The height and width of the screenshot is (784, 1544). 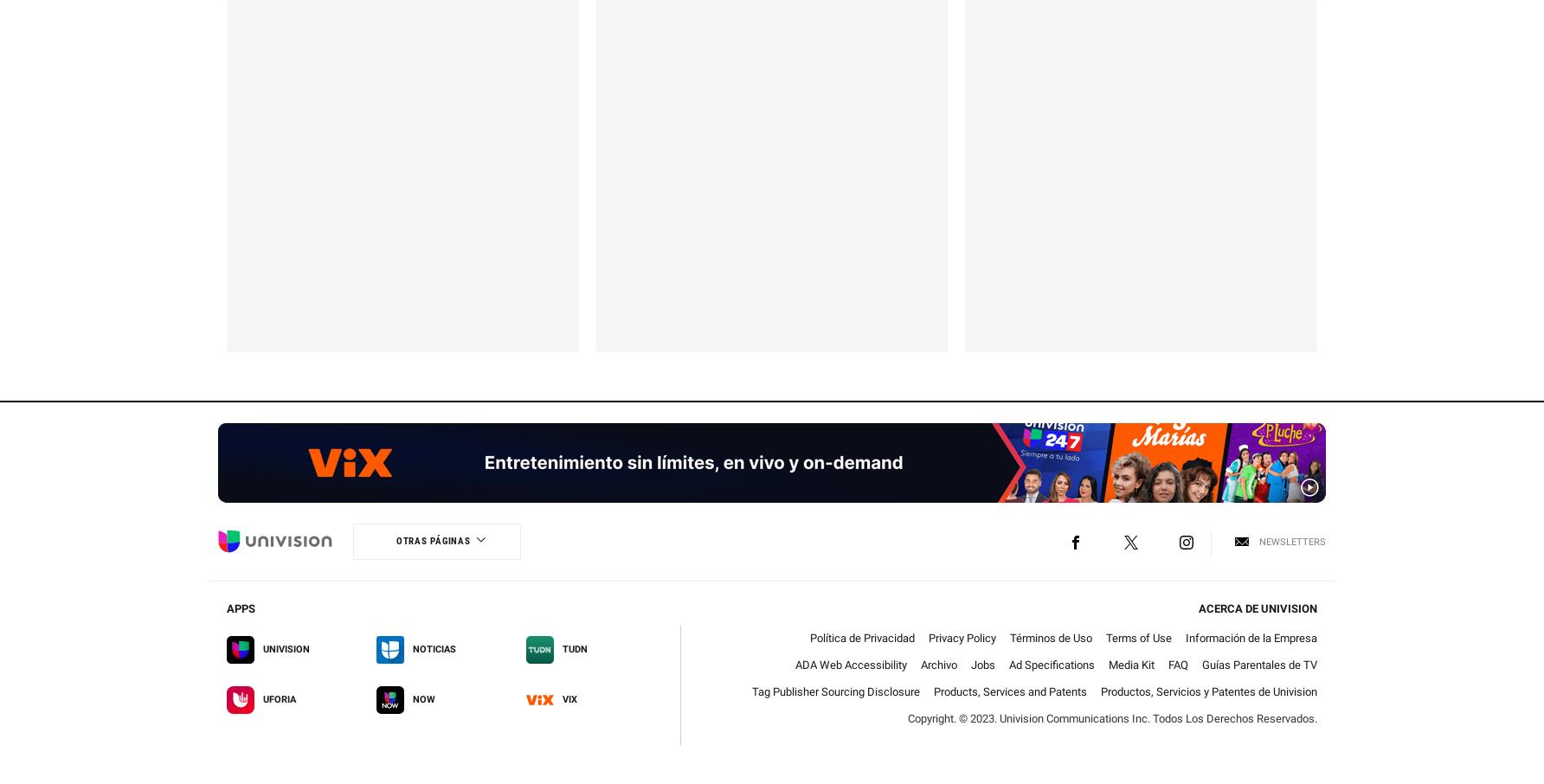 What do you see at coordinates (1103, 636) in the screenshot?
I see `'Terms of Use'` at bounding box center [1103, 636].